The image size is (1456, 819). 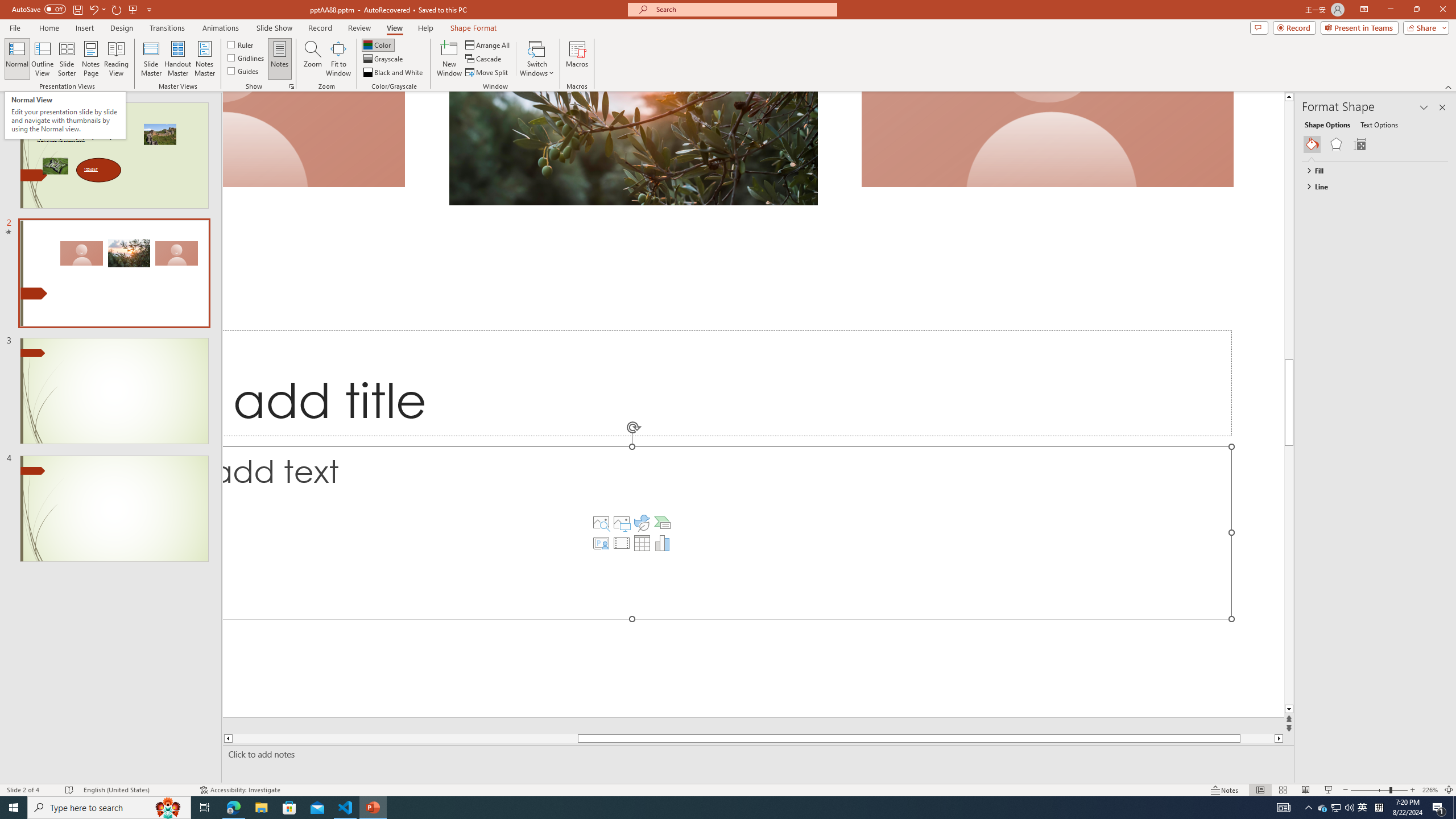 What do you see at coordinates (601, 522) in the screenshot?
I see `'Stock Images'` at bounding box center [601, 522].